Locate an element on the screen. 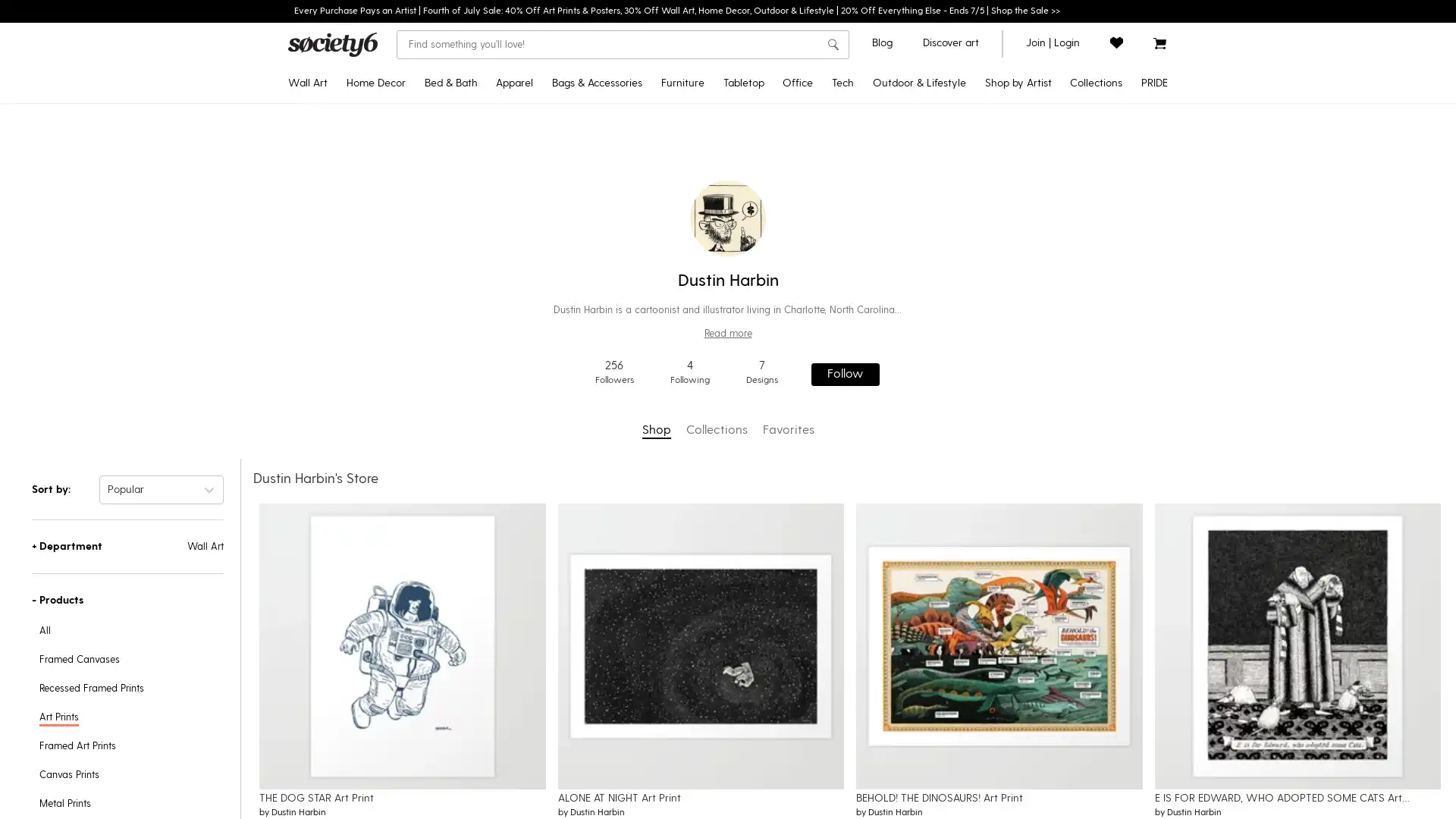  Inspired by Matisse is located at coordinates (1040, 293).